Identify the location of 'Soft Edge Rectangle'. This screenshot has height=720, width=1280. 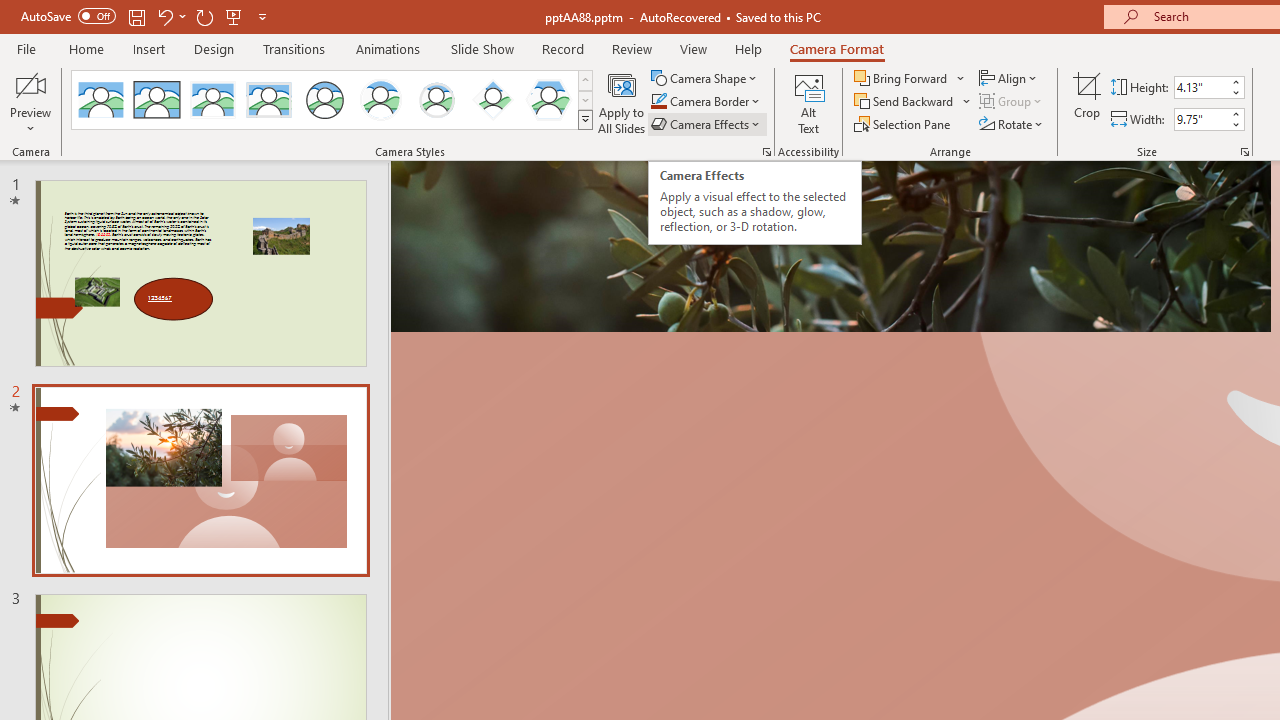
(267, 100).